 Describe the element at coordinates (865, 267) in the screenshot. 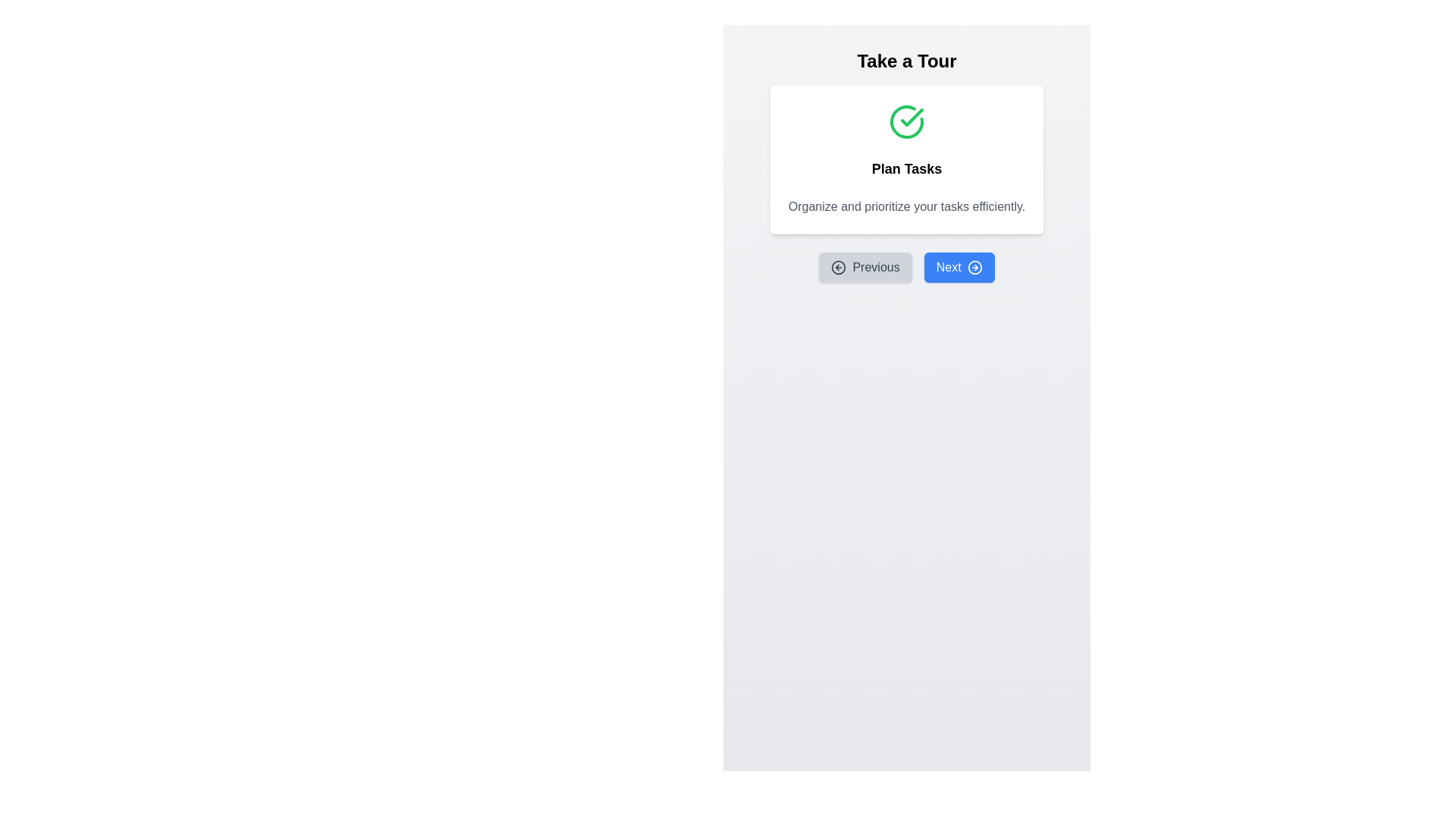

I see `the 'Previous' button, which is a rectangular button with a light gray background and dark-gray text, located below the 'Plan Tasks' section and to the left of the 'Next' button` at that location.